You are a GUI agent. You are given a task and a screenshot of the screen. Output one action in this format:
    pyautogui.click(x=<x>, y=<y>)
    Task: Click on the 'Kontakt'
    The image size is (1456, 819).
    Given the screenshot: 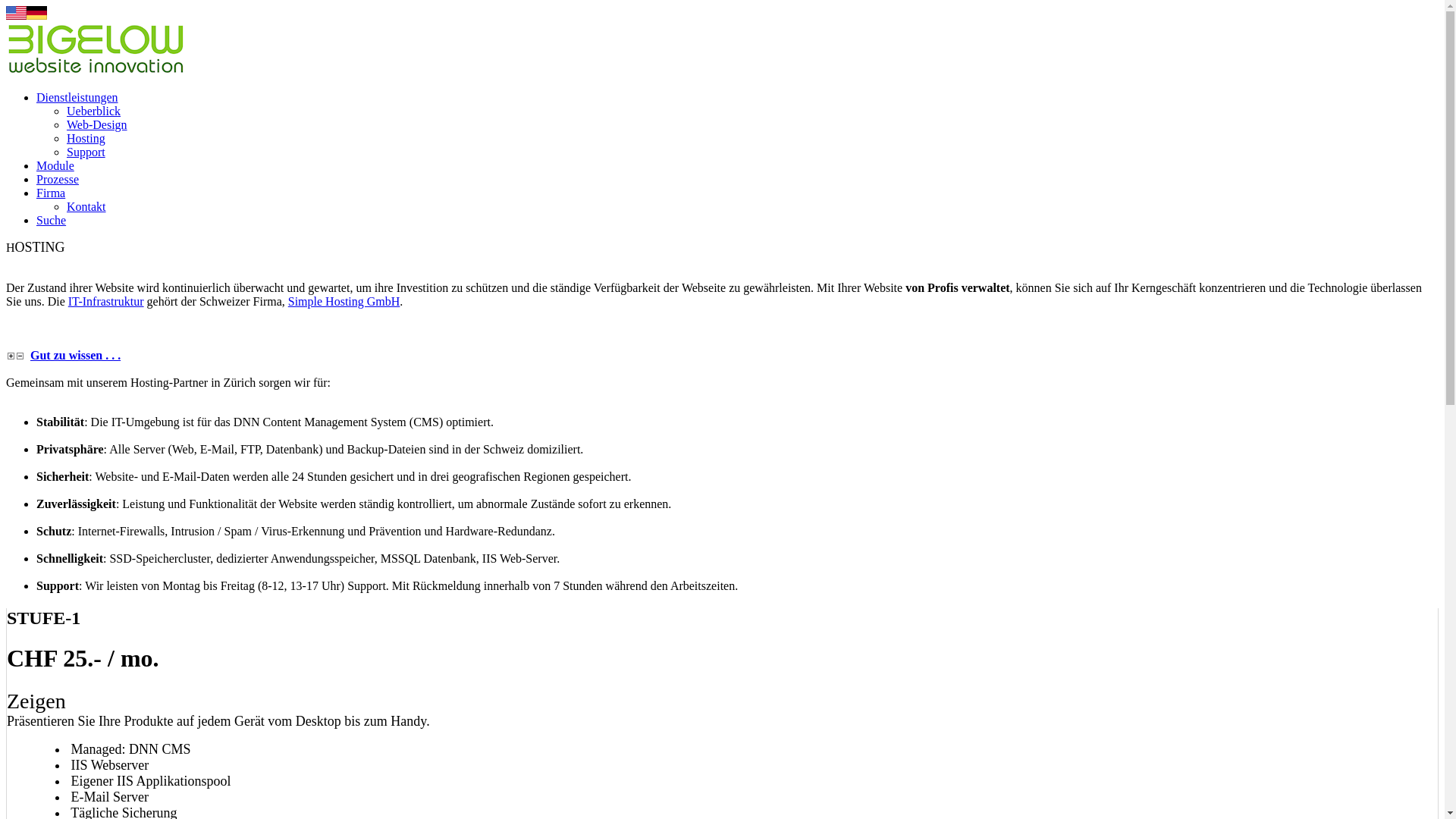 What is the action you would take?
    pyautogui.click(x=86, y=206)
    